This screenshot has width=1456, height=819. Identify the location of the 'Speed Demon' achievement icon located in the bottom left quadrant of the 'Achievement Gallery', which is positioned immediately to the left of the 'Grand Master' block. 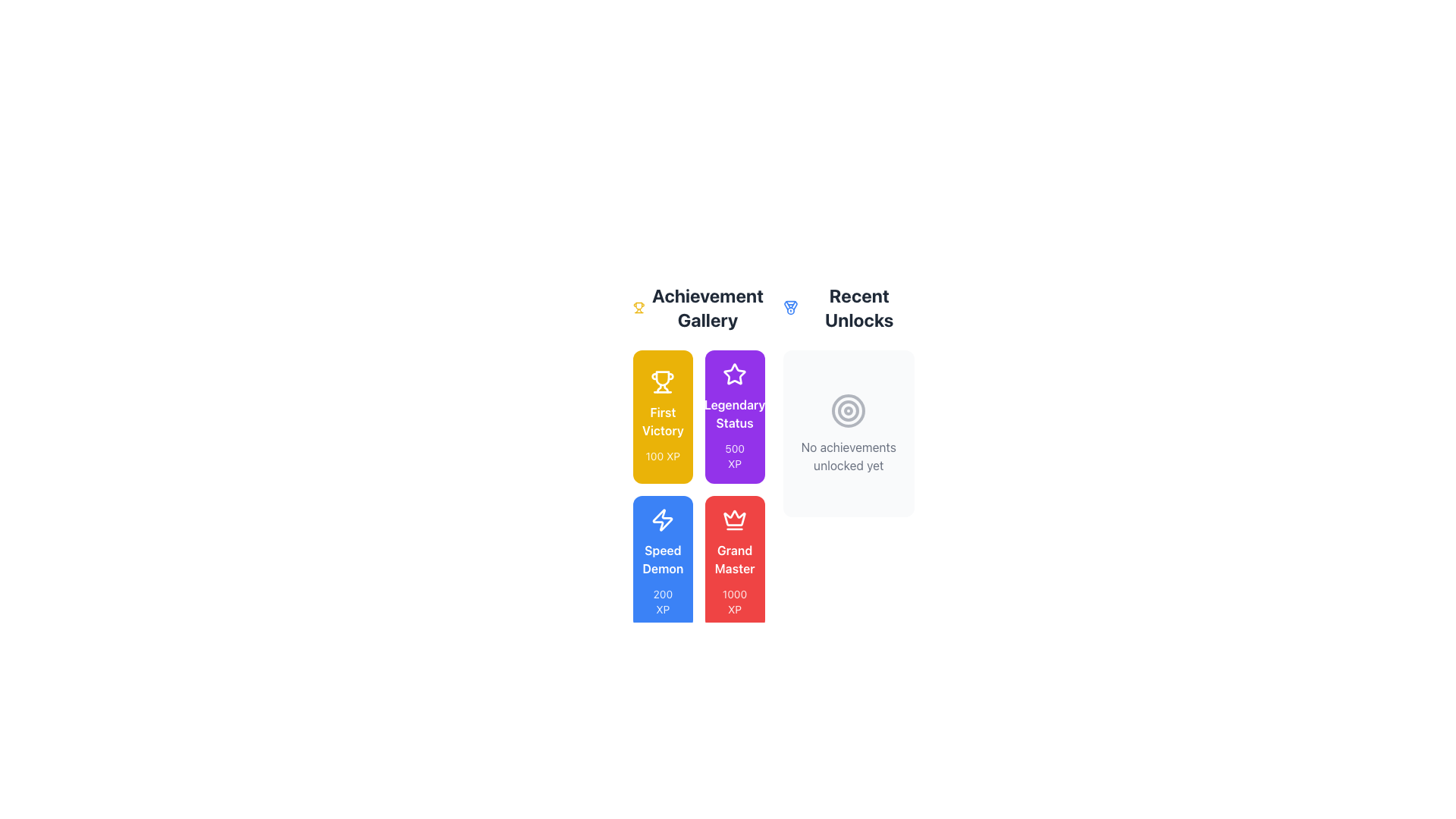
(663, 519).